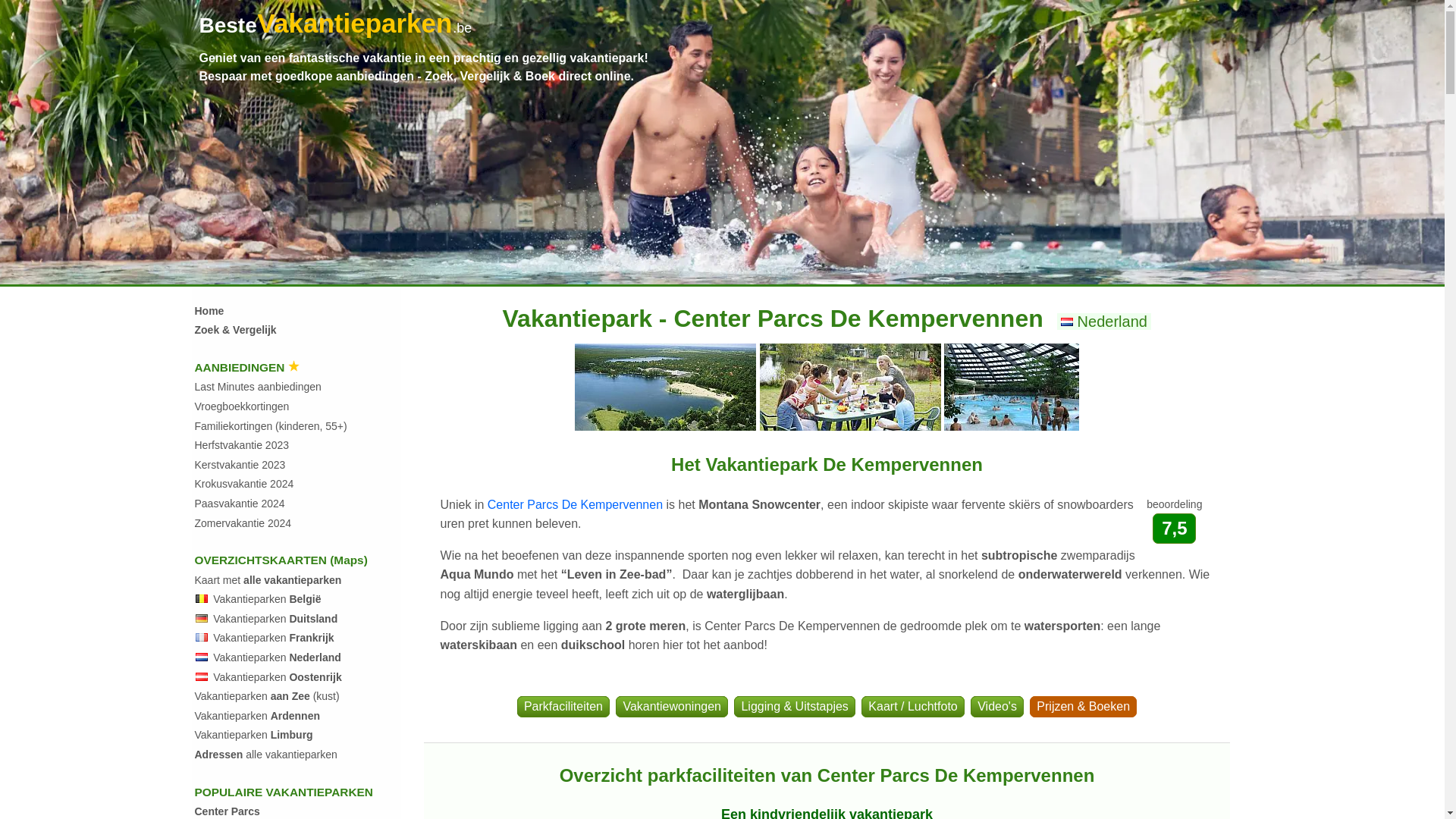 The image size is (1456, 819). Describe the element at coordinates (793, 707) in the screenshot. I see `'Ligging & Uitstapjes'` at that location.